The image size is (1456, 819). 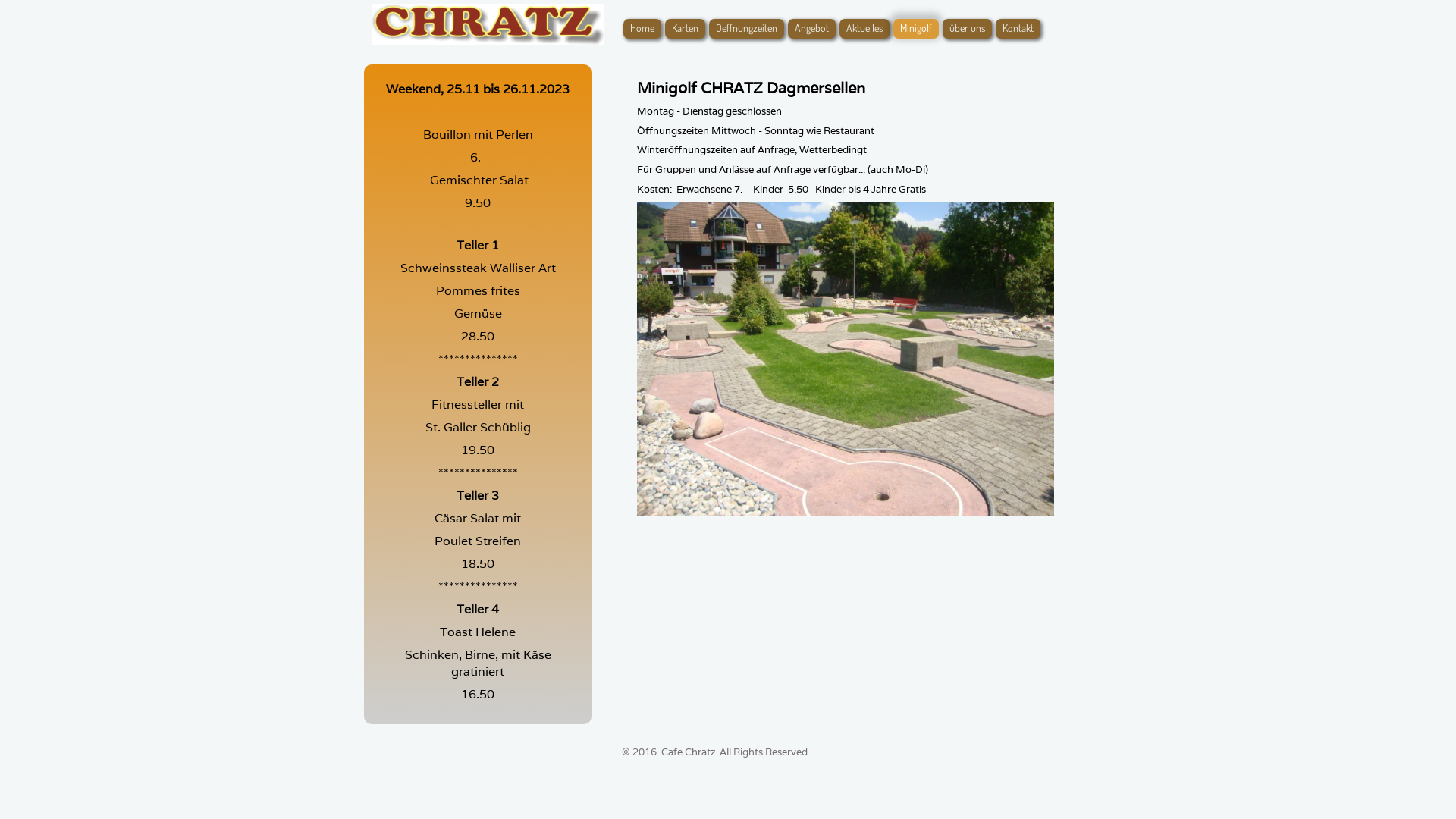 I want to click on 'Angebot', so click(x=811, y=29).